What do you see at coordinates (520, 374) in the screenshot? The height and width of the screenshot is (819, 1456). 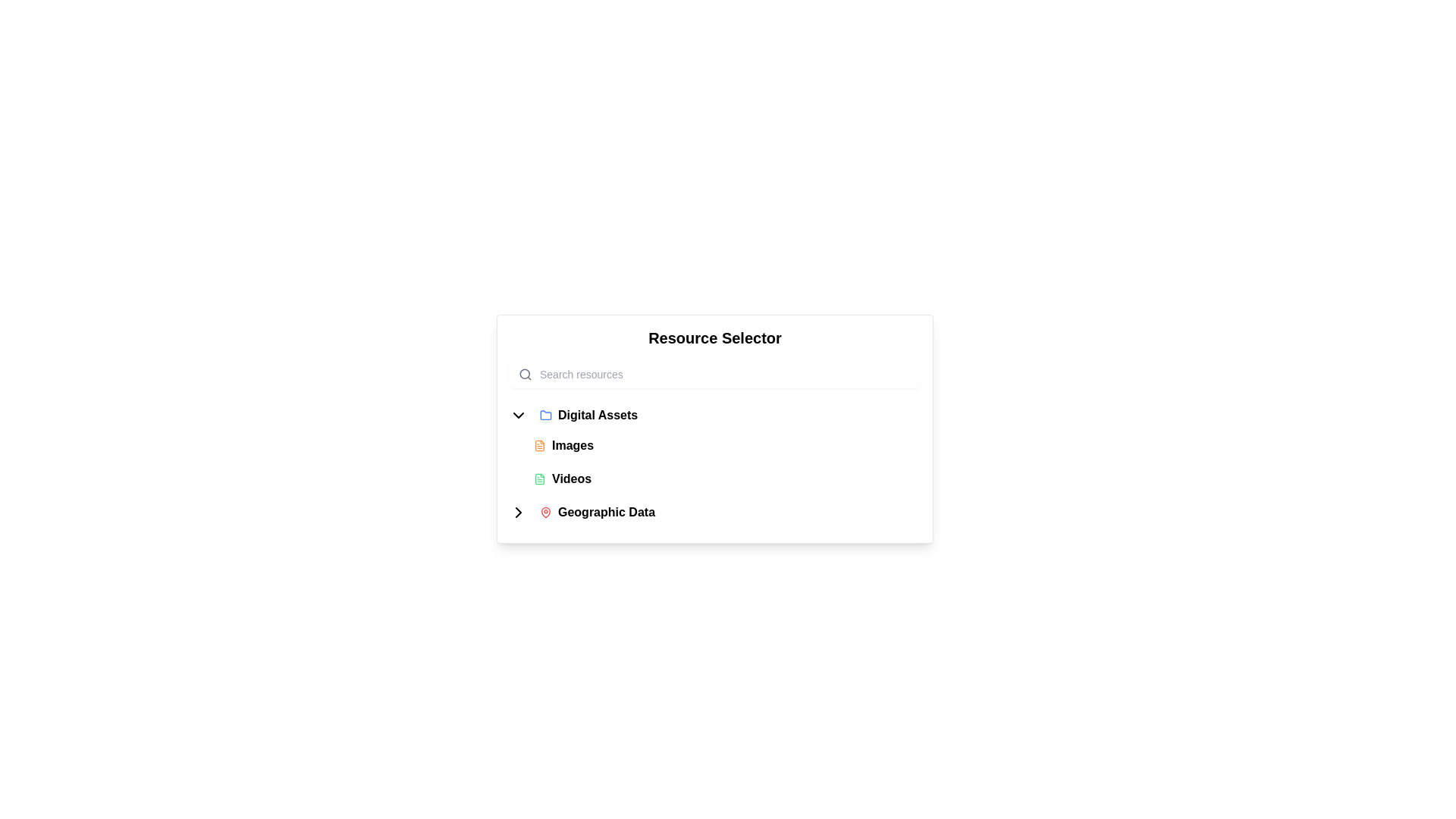 I see `the decorative search icon located at the top-left corner of the search input field within the 'Resource Selector' UI component` at bounding box center [520, 374].